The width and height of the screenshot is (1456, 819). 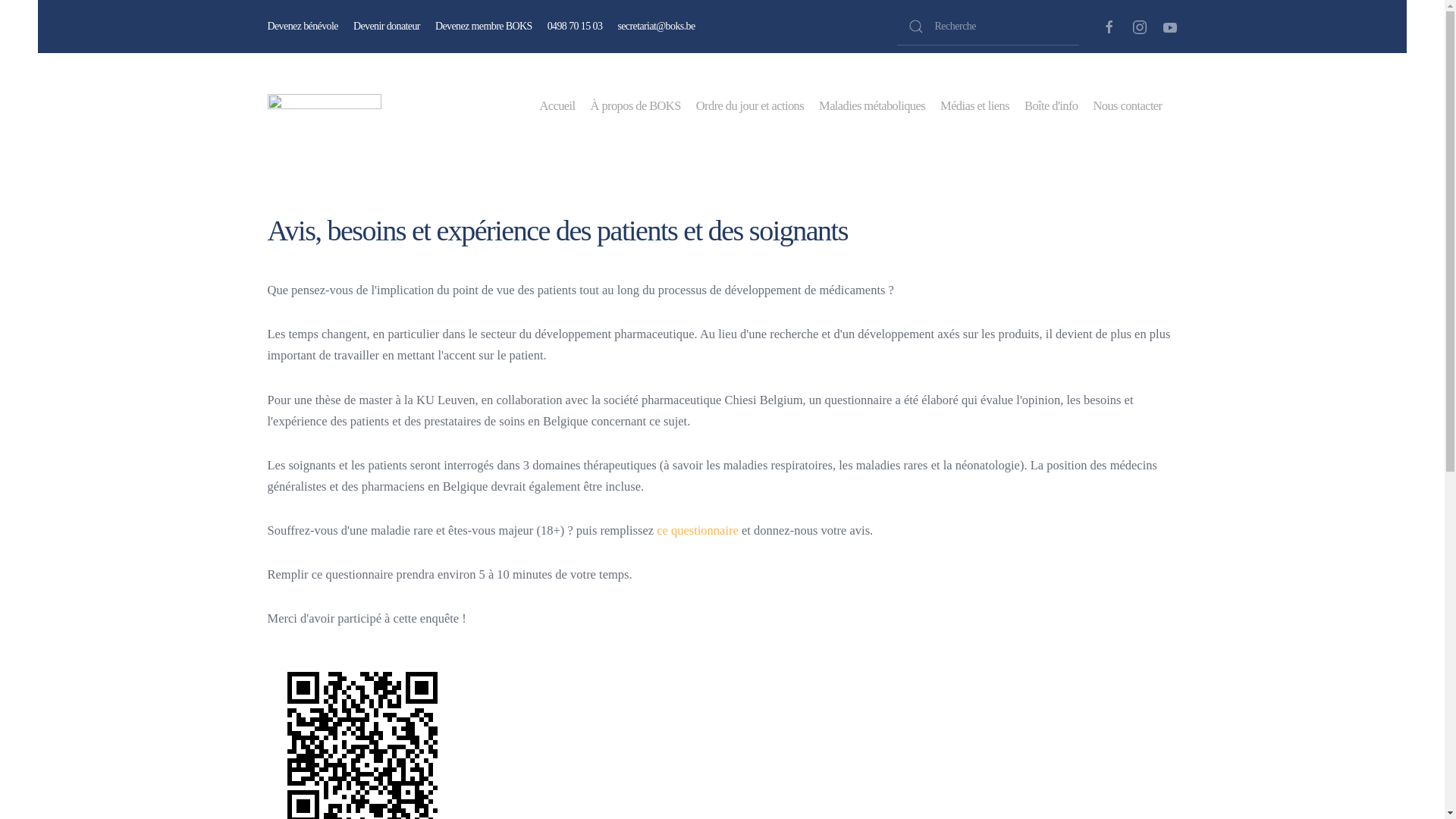 I want to click on 'Nous contacter', so click(x=1092, y=105).